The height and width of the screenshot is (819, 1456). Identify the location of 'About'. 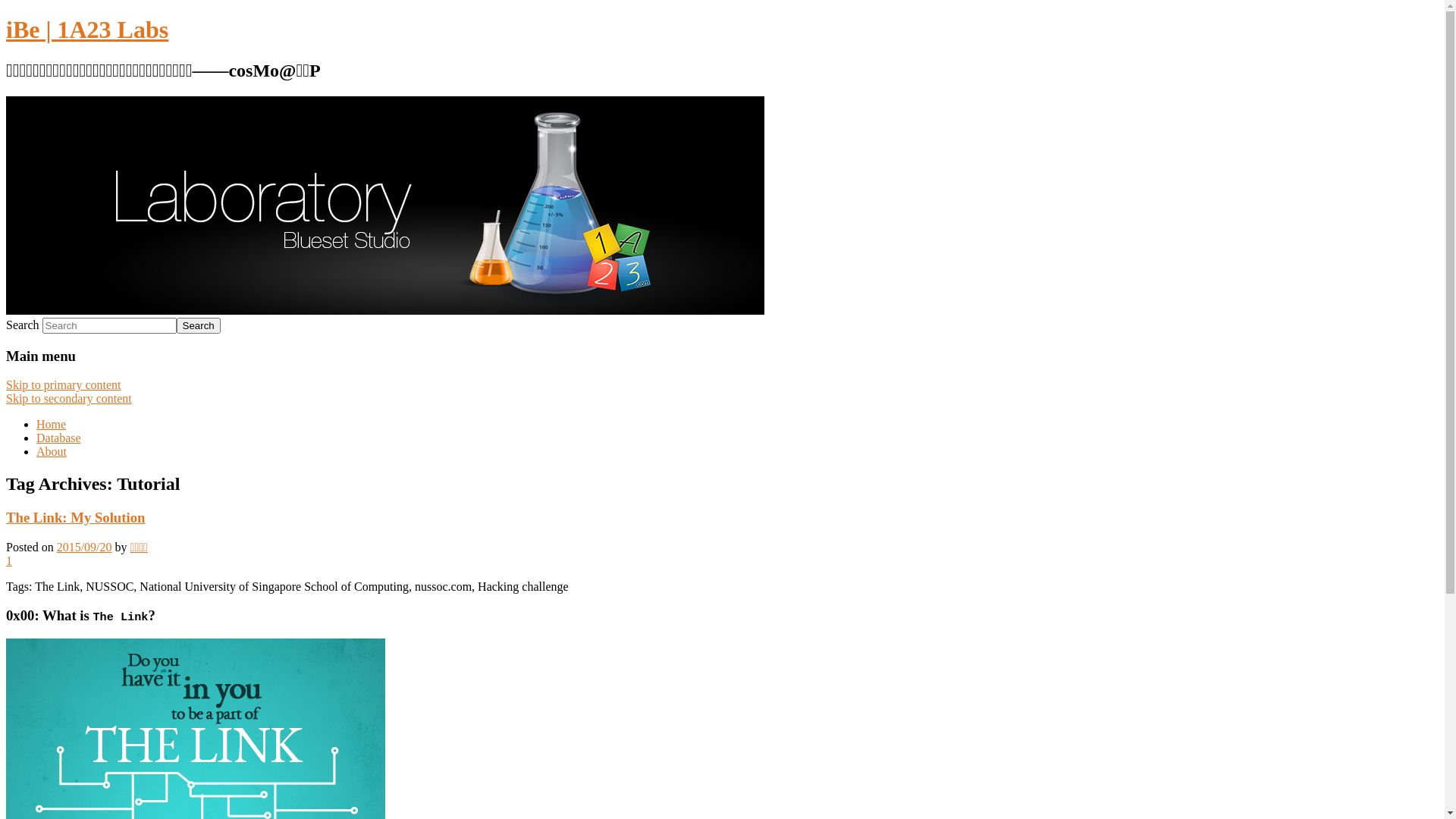
(51, 450).